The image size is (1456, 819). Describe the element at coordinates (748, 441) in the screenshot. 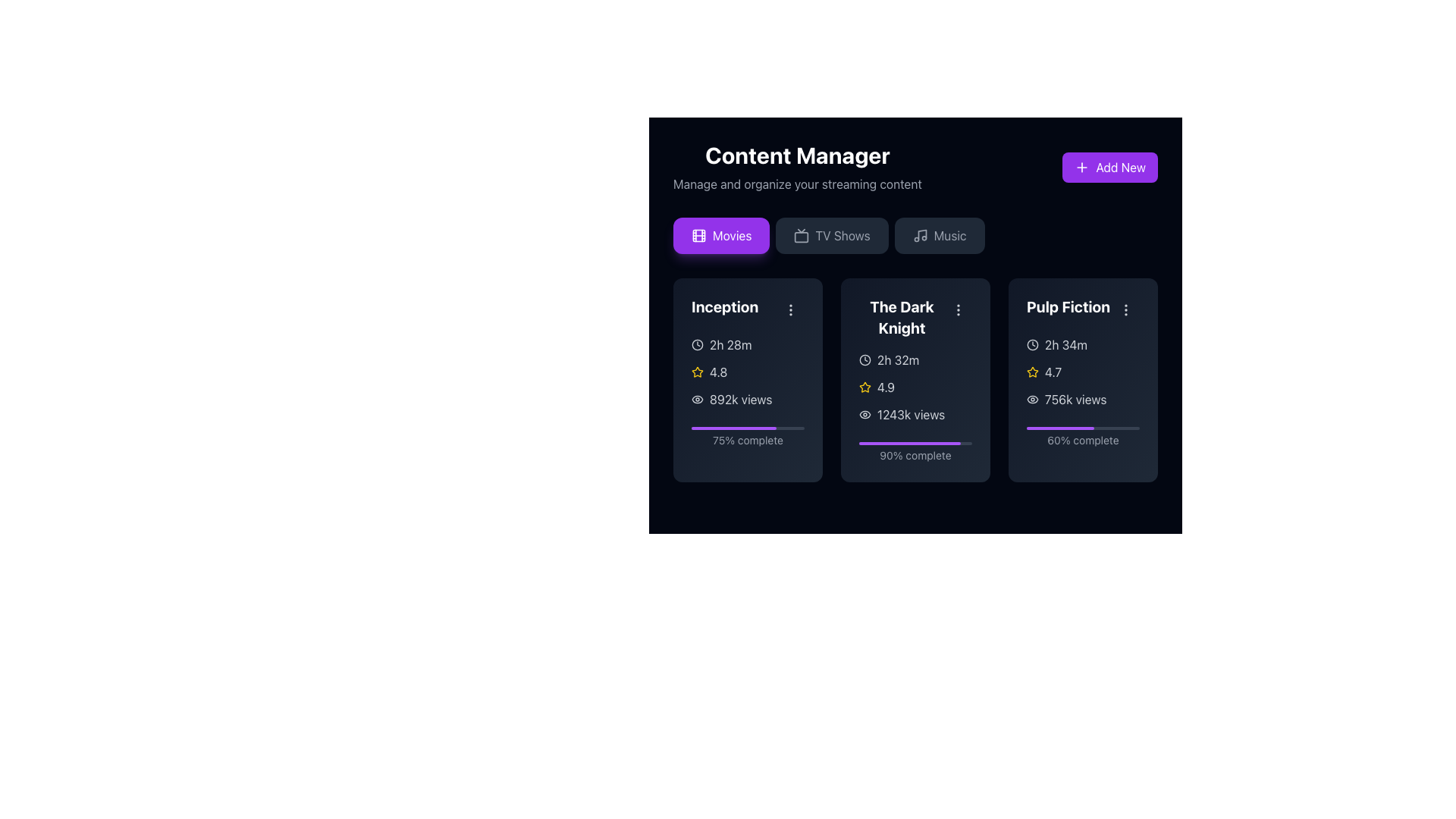

I see `displayed text of the Text Label located below the progress bar in the 'Inception' card` at that location.